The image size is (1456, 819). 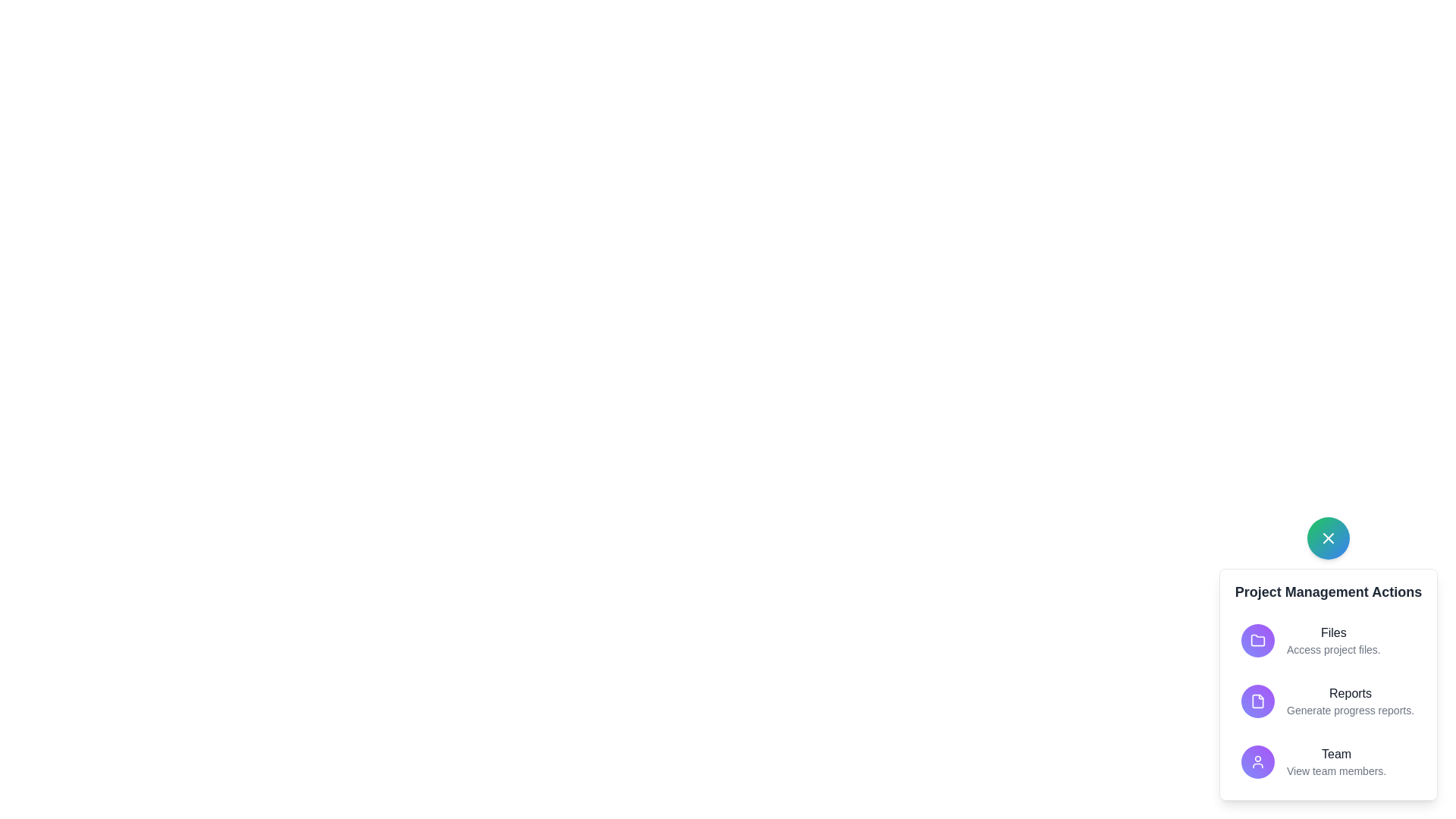 I want to click on the action button labeled Files to view its description, so click(x=1258, y=640).